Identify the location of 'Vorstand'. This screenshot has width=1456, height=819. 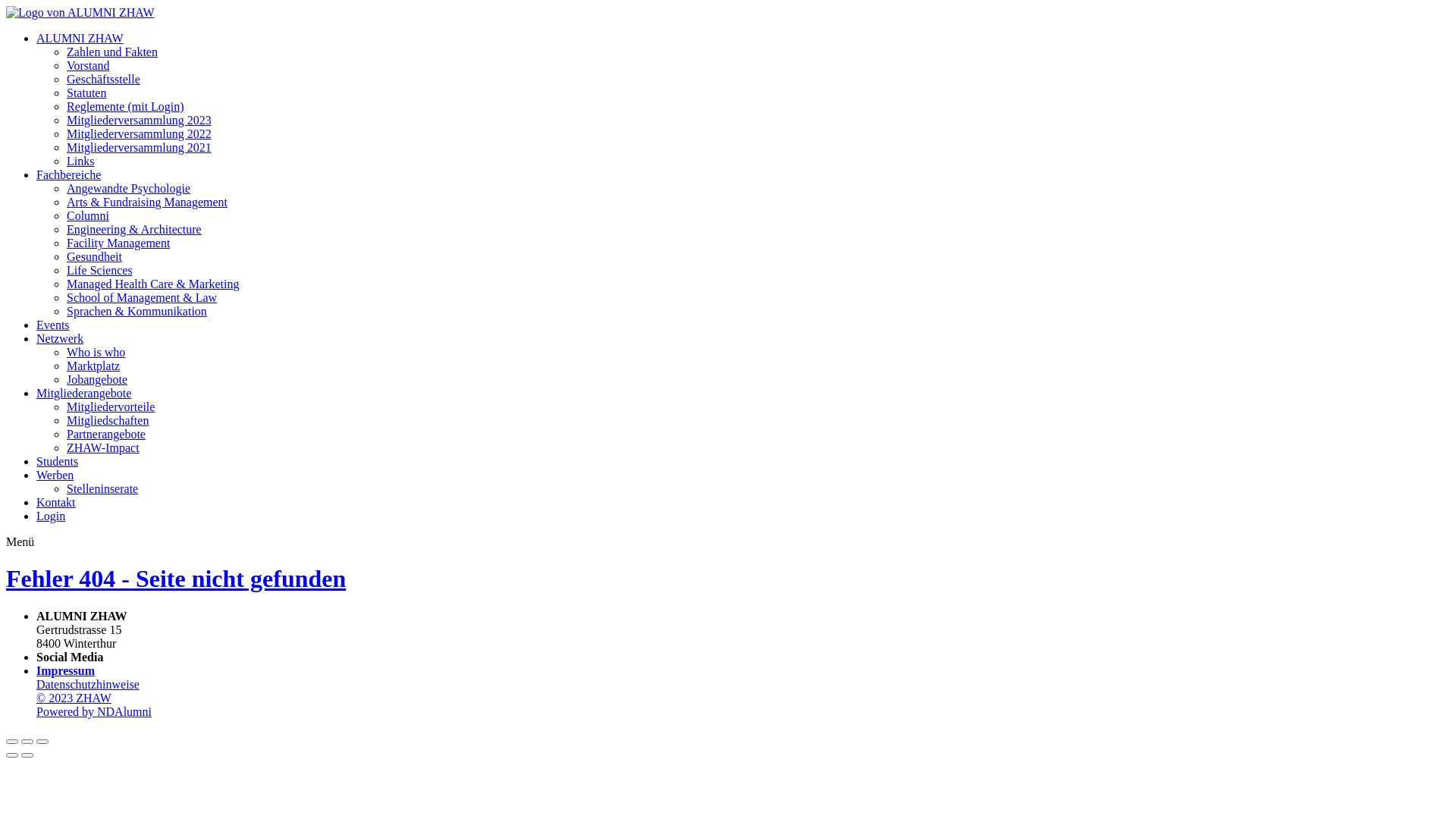
(87, 64).